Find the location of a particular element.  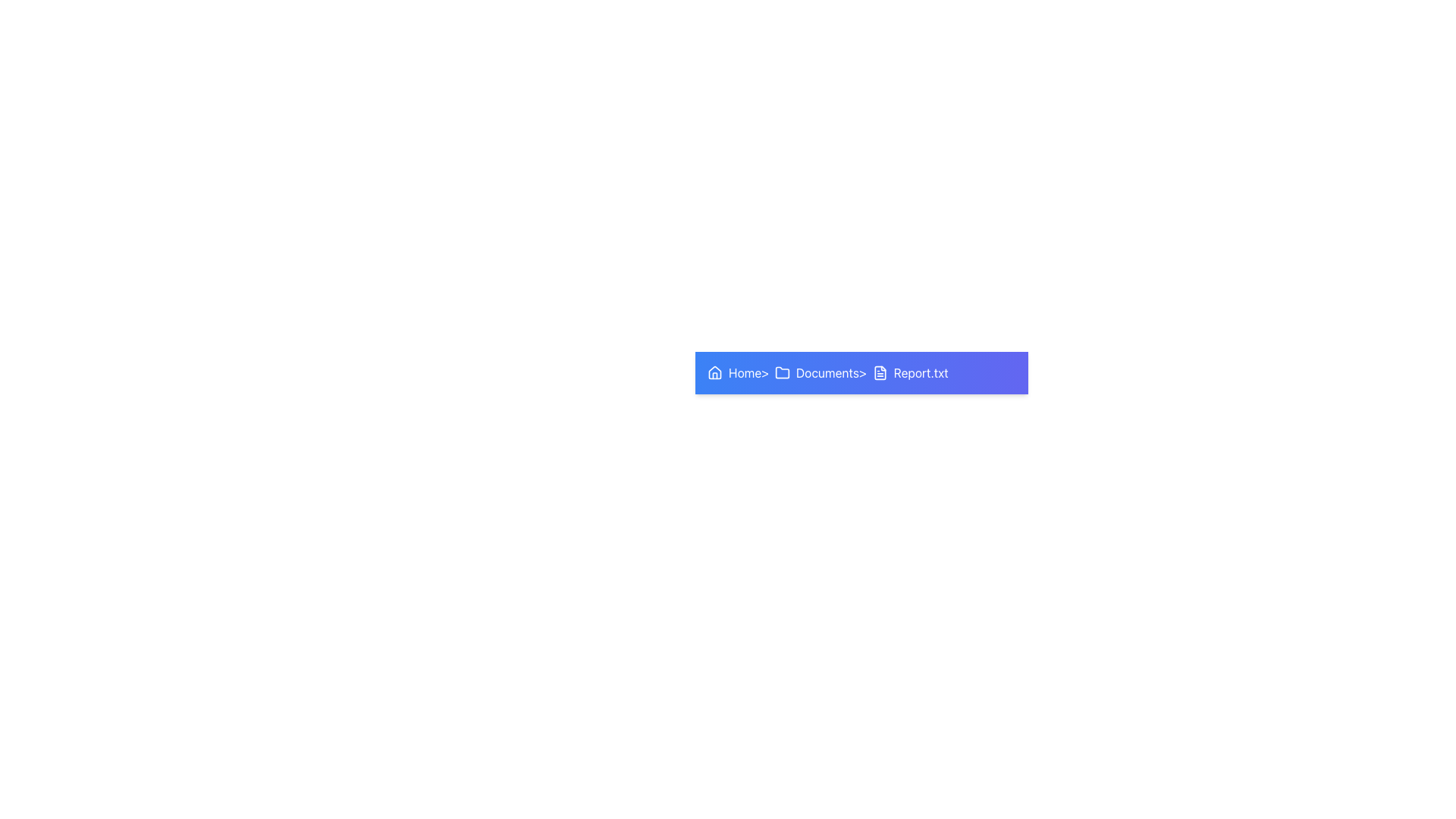

the house icon is located at coordinates (714, 372).